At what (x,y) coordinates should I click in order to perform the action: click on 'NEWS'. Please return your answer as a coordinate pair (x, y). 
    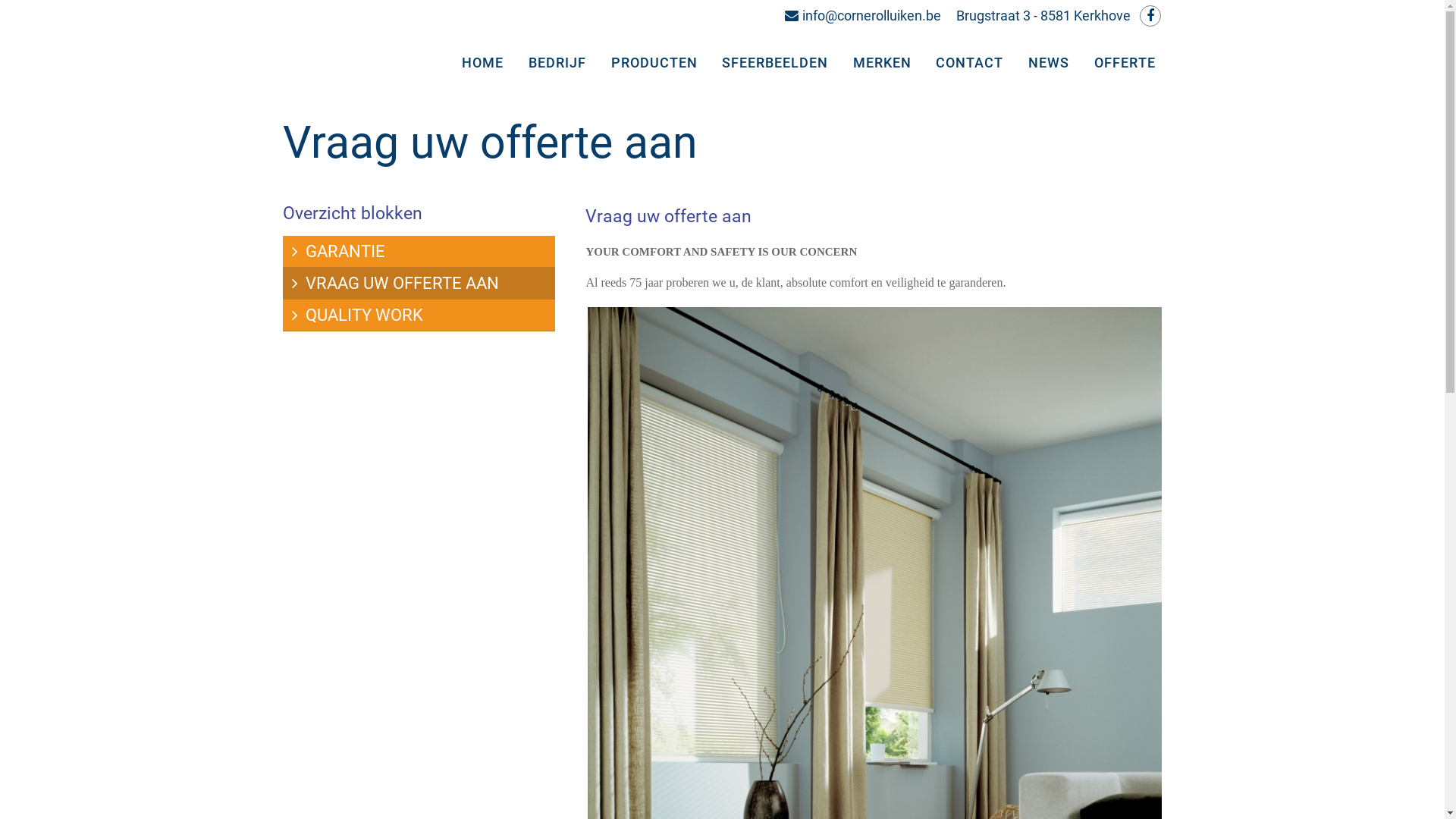
    Looking at the image, I should click on (1050, 62).